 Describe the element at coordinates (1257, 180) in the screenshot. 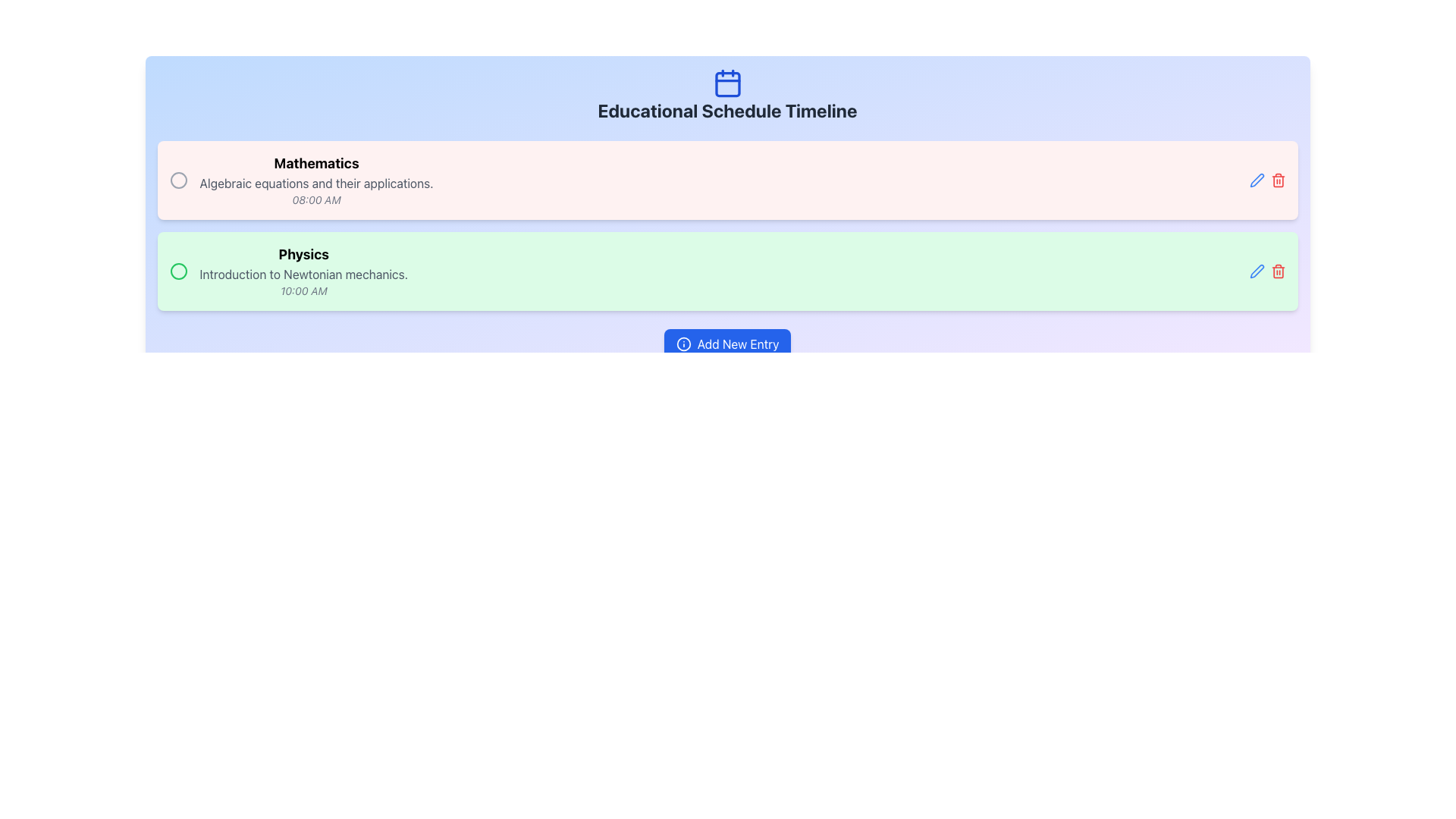

I see `the edit icon button located in the green section labeled 'Physics'` at that location.